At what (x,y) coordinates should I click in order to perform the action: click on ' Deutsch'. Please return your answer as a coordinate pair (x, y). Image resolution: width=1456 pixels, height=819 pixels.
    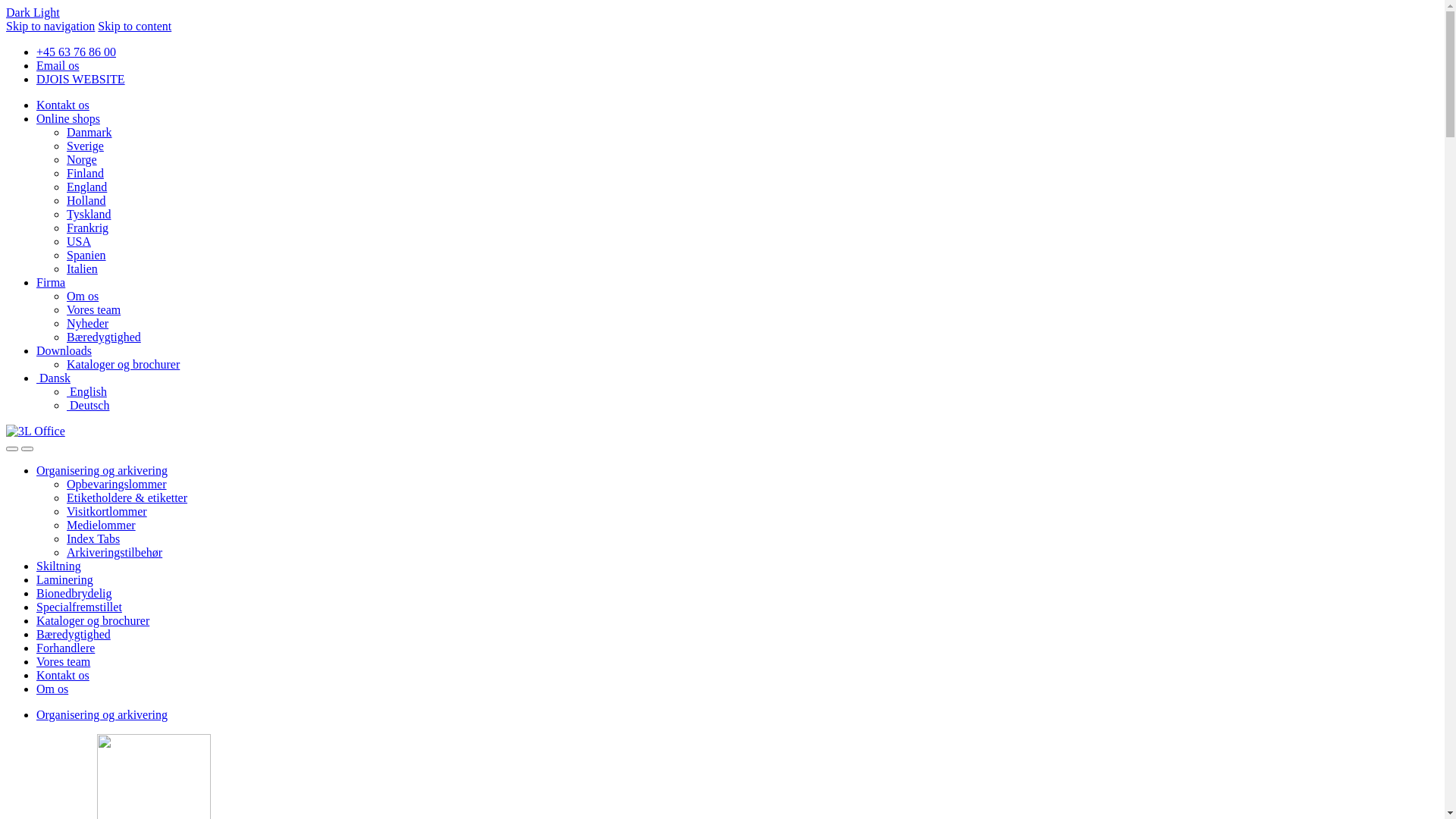
    Looking at the image, I should click on (86, 404).